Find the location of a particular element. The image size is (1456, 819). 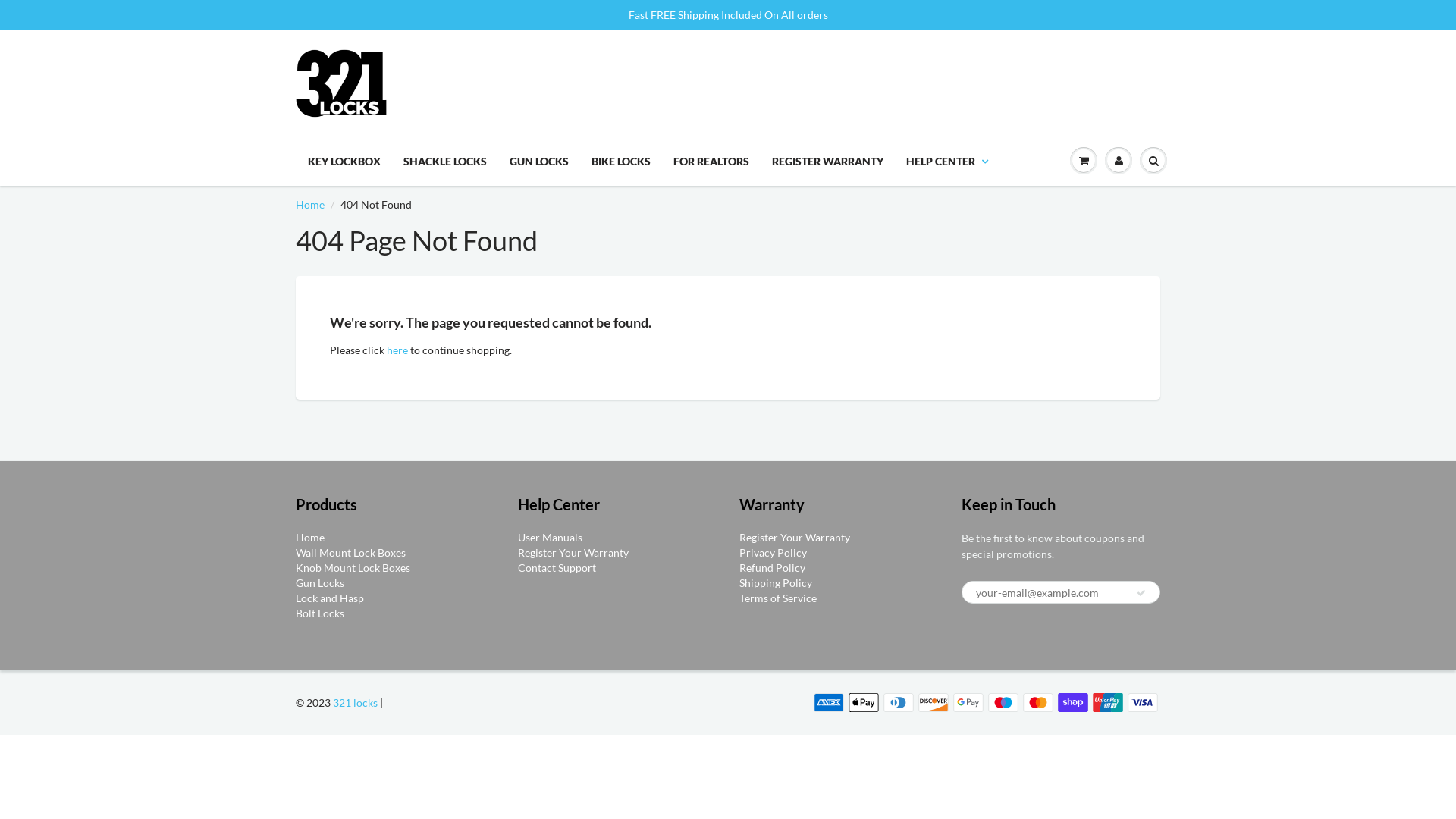

'User Manuals' is located at coordinates (548, 536).